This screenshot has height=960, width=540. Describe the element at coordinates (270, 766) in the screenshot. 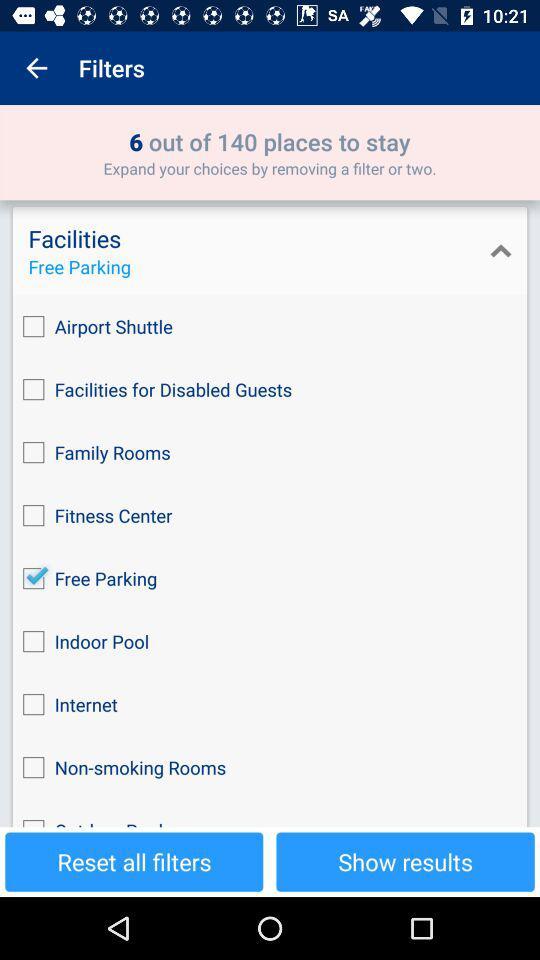

I see `the item below internet checkbox` at that location.